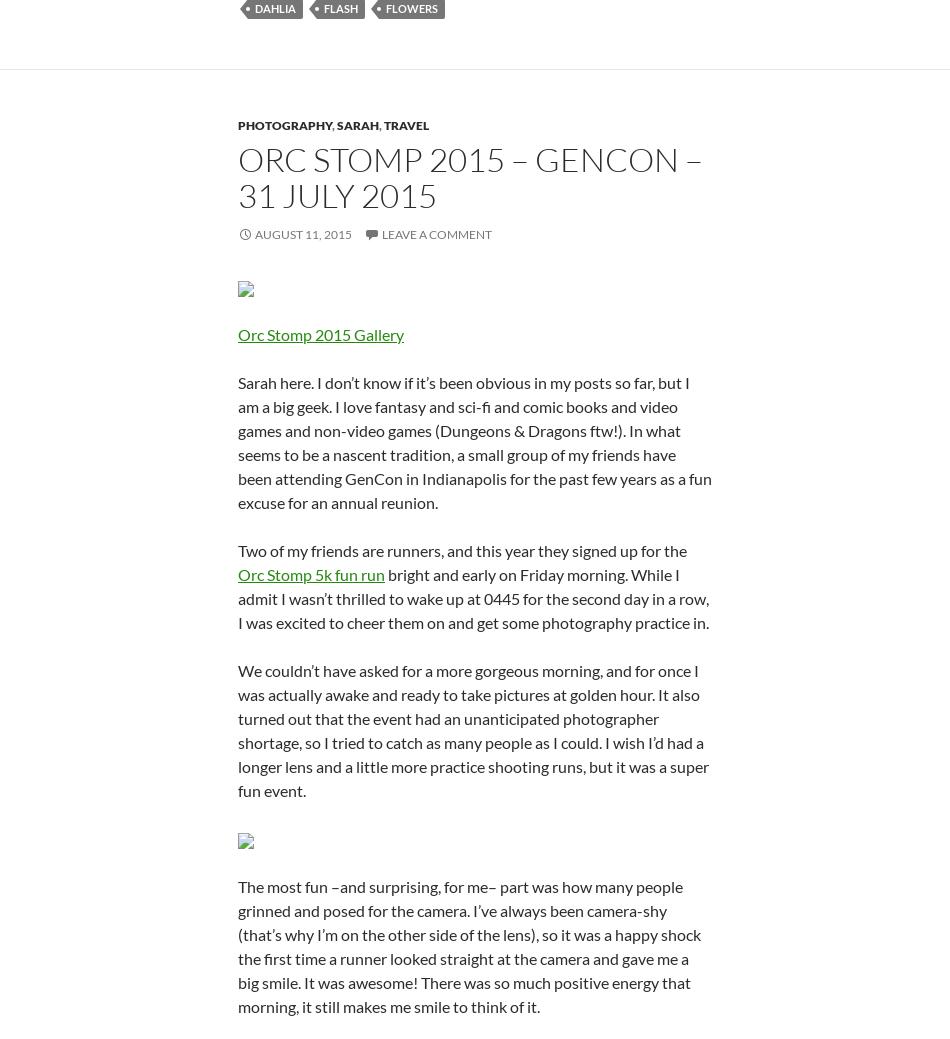  Describe the element at coordinates (468, 945) in the screenshot. I see `'The most fun –and surprising, for me– part was how many people grinned and posed for the camera.  I’ve always been camera-shy (that’s why I’m on the other side of the lens), so it was a happy shock the first time a runner looked straight at the camera and gave me a big smile.  It was awesome!  There was so much positive energy that morning, it still makes me smile to think of it.'` at that location.